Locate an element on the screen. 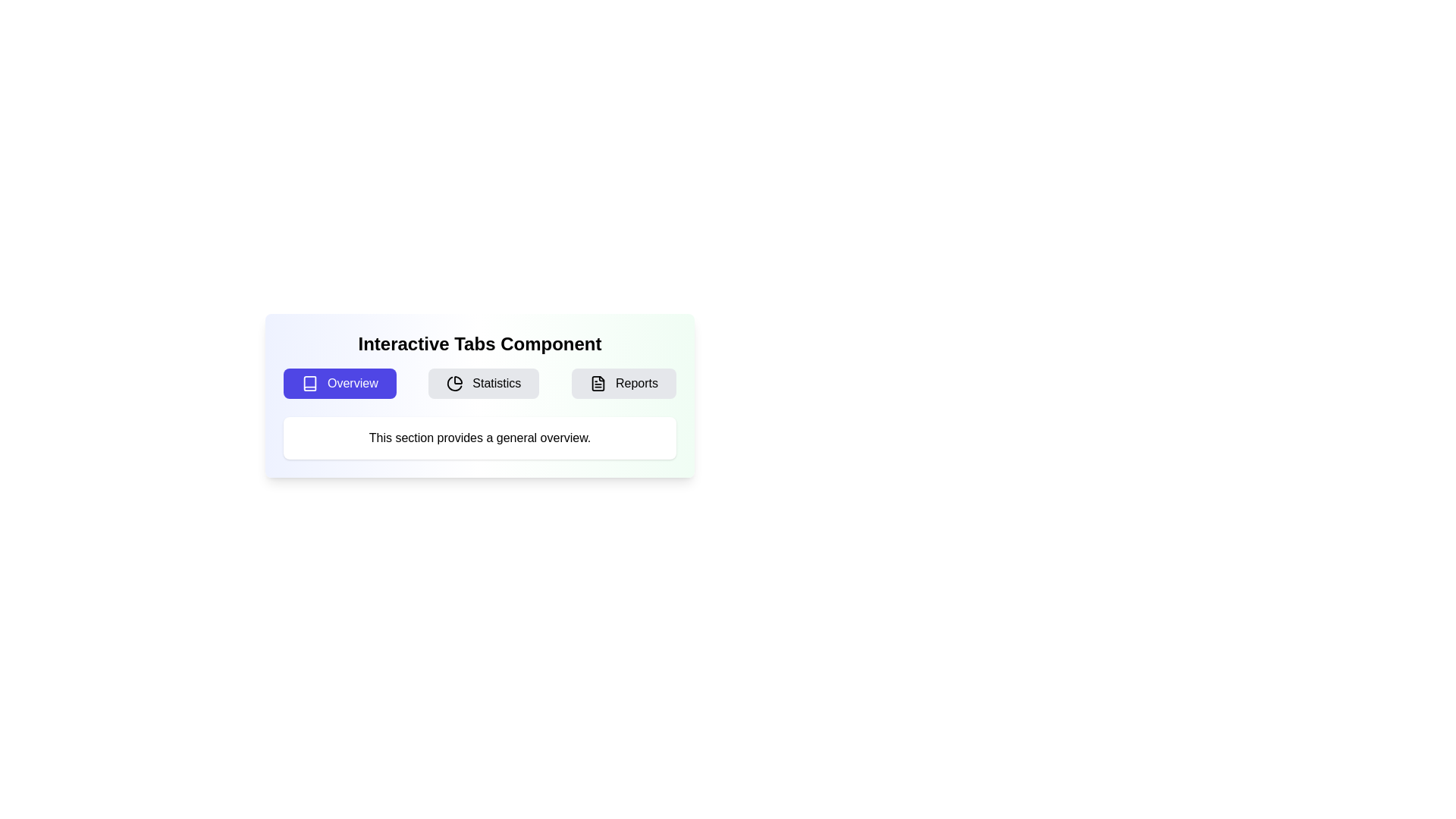 The width and height of the screenshot is (1456, 819). 'Statistics' tab title label, which is the second tab in a row of three tabs, positioned between 'Overview' and 'Reports' is located at coordinates (497, 382).